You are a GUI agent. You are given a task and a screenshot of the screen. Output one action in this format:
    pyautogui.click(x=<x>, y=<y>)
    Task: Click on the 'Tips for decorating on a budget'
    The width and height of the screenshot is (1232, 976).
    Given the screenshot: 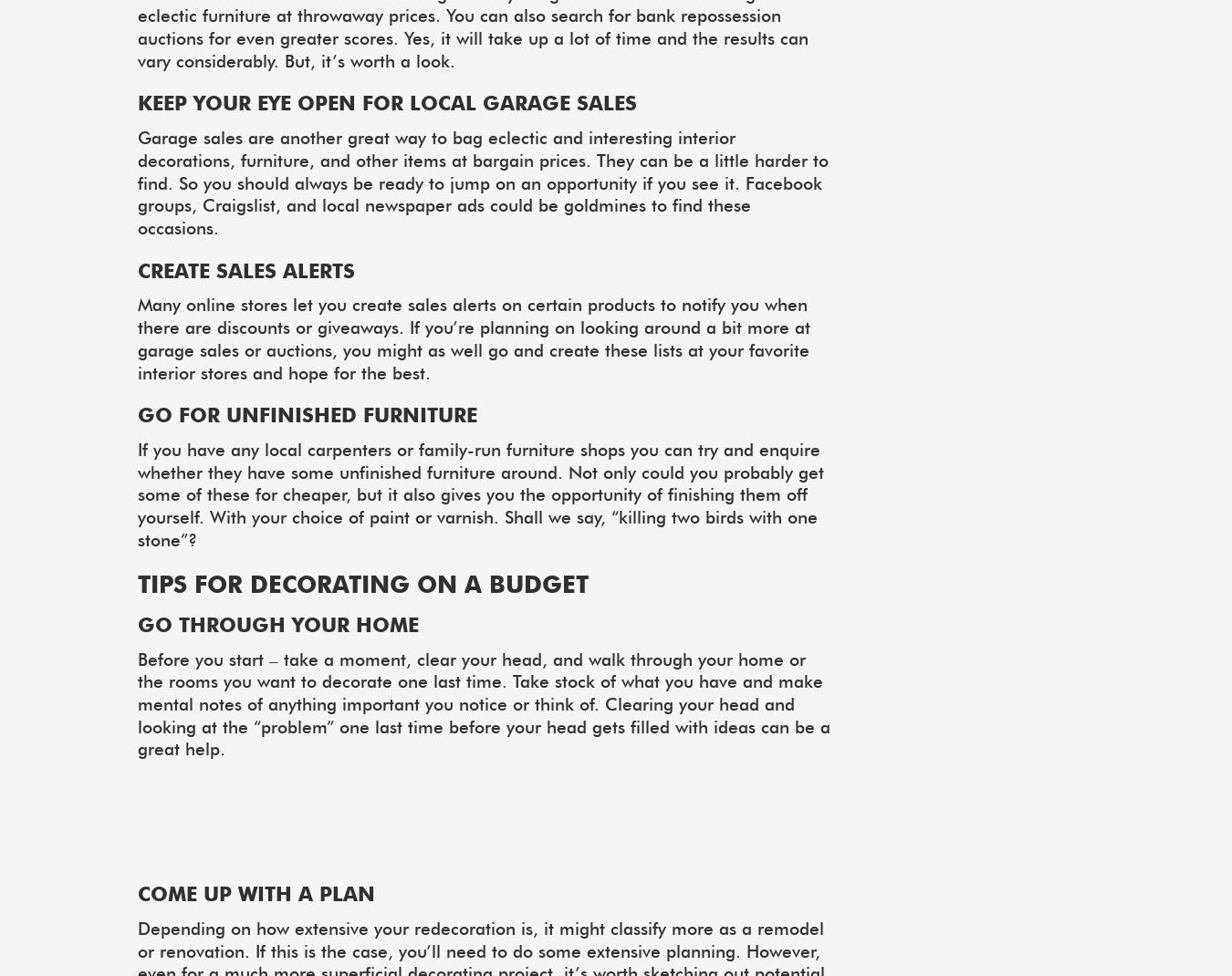 What is the action you would take?
    pyautogui.click(x=362, y=584)
    